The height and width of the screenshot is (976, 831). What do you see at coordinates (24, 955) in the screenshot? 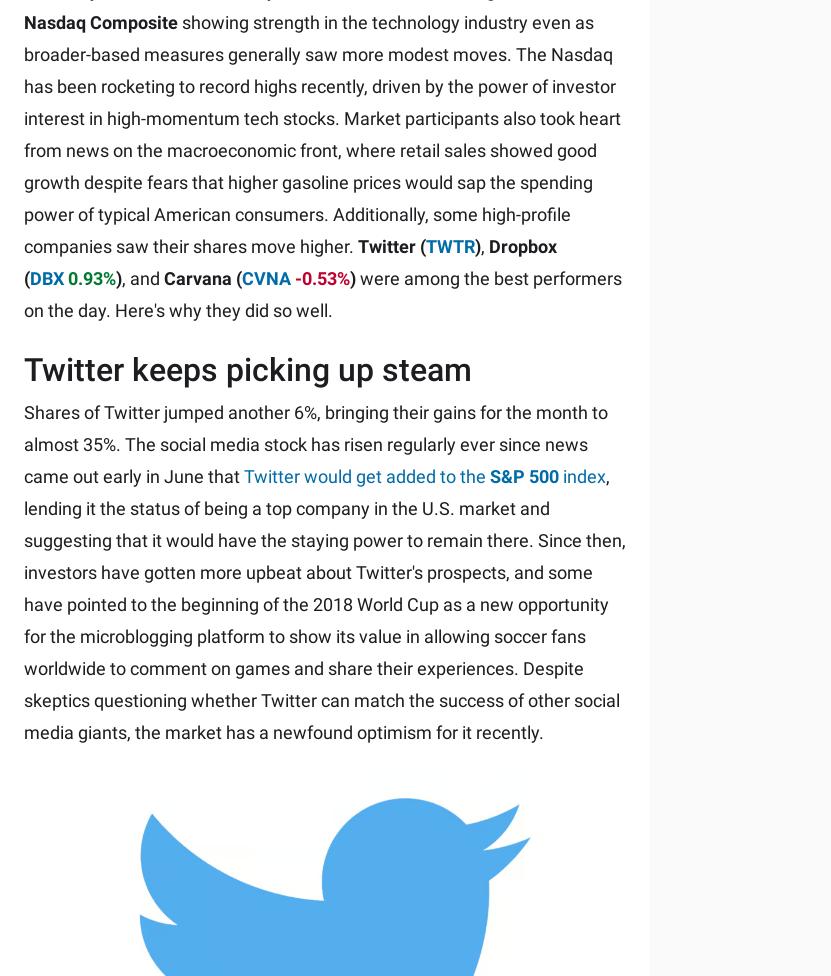
I see `'Accessibility Policy'` at bounding box center [24, 955].